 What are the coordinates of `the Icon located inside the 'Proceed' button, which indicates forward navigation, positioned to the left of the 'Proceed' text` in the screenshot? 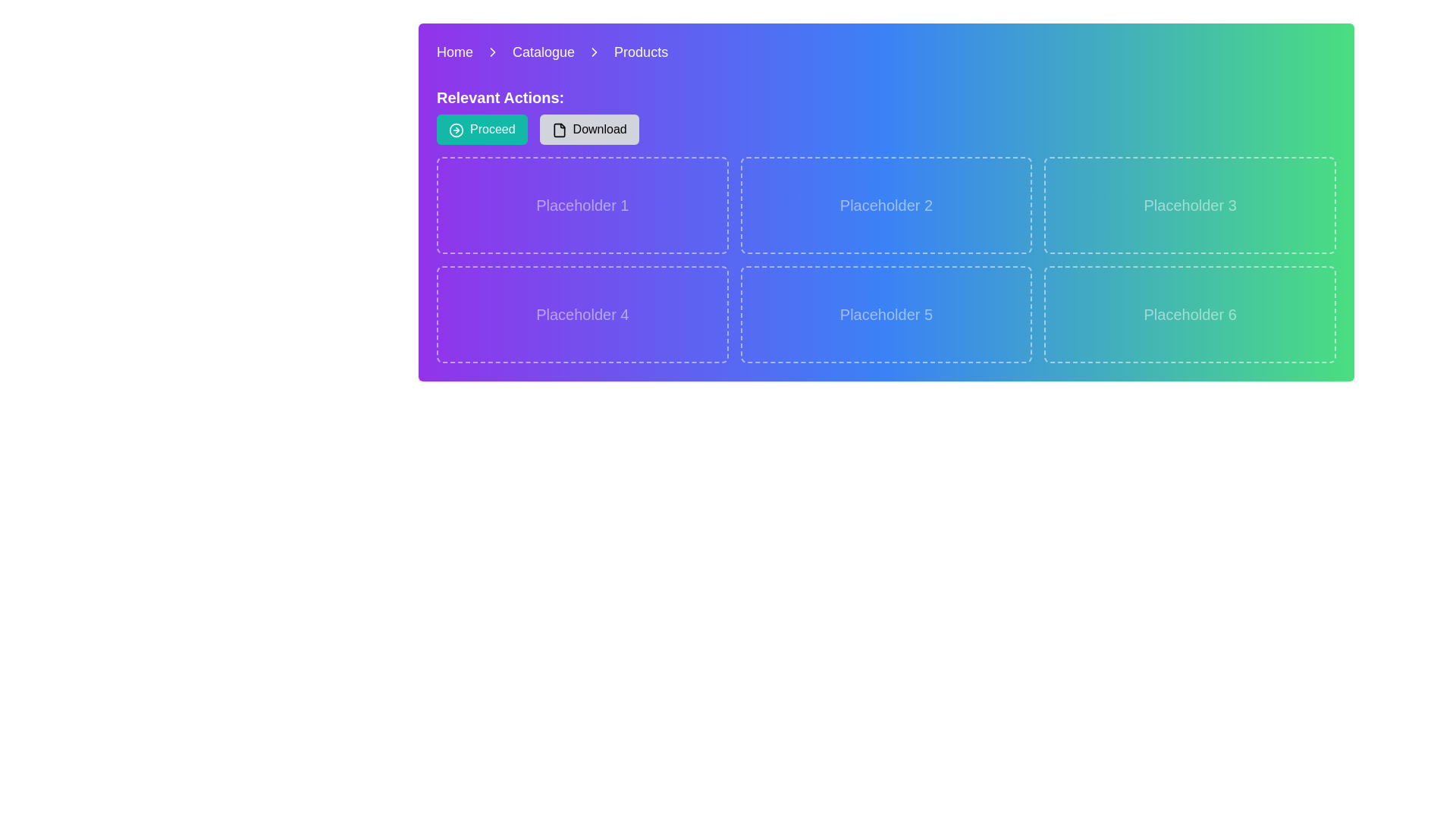 It's located at (455, 128).